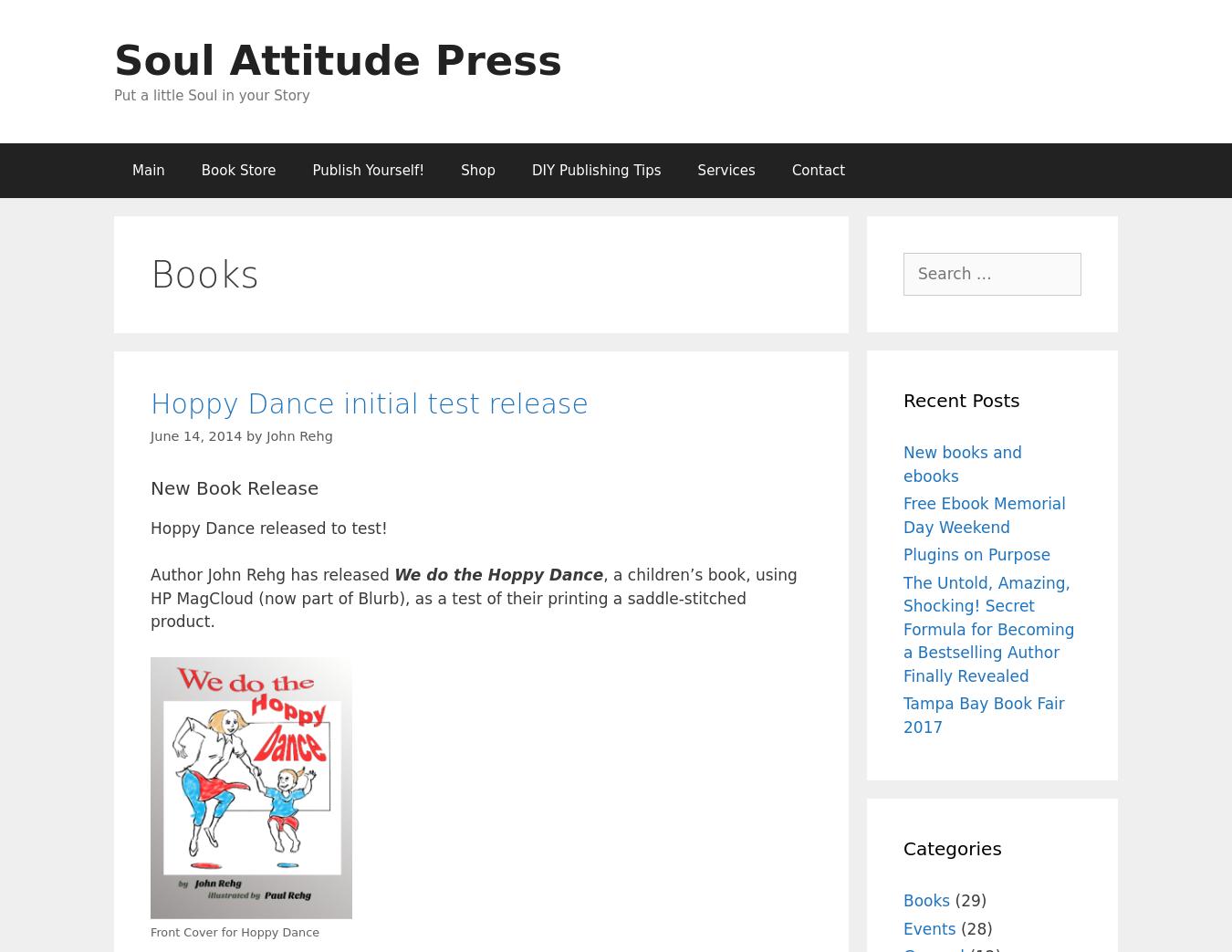  Describe the element at coordinates (196, 434) in the screenshot. I see `'June 14, 2014'` at that location.